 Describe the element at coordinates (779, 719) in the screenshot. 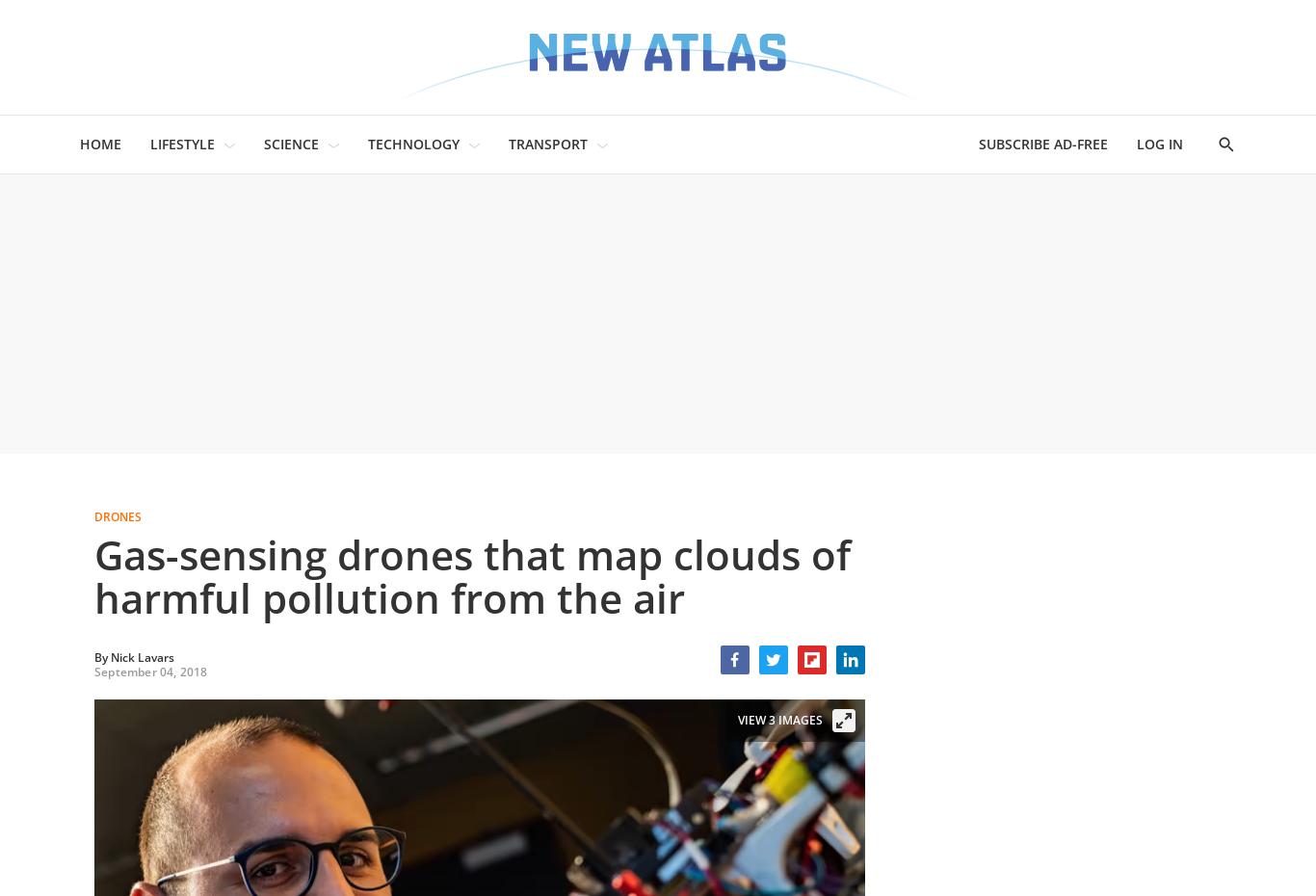

I see `'View 3 Images'` at that location.